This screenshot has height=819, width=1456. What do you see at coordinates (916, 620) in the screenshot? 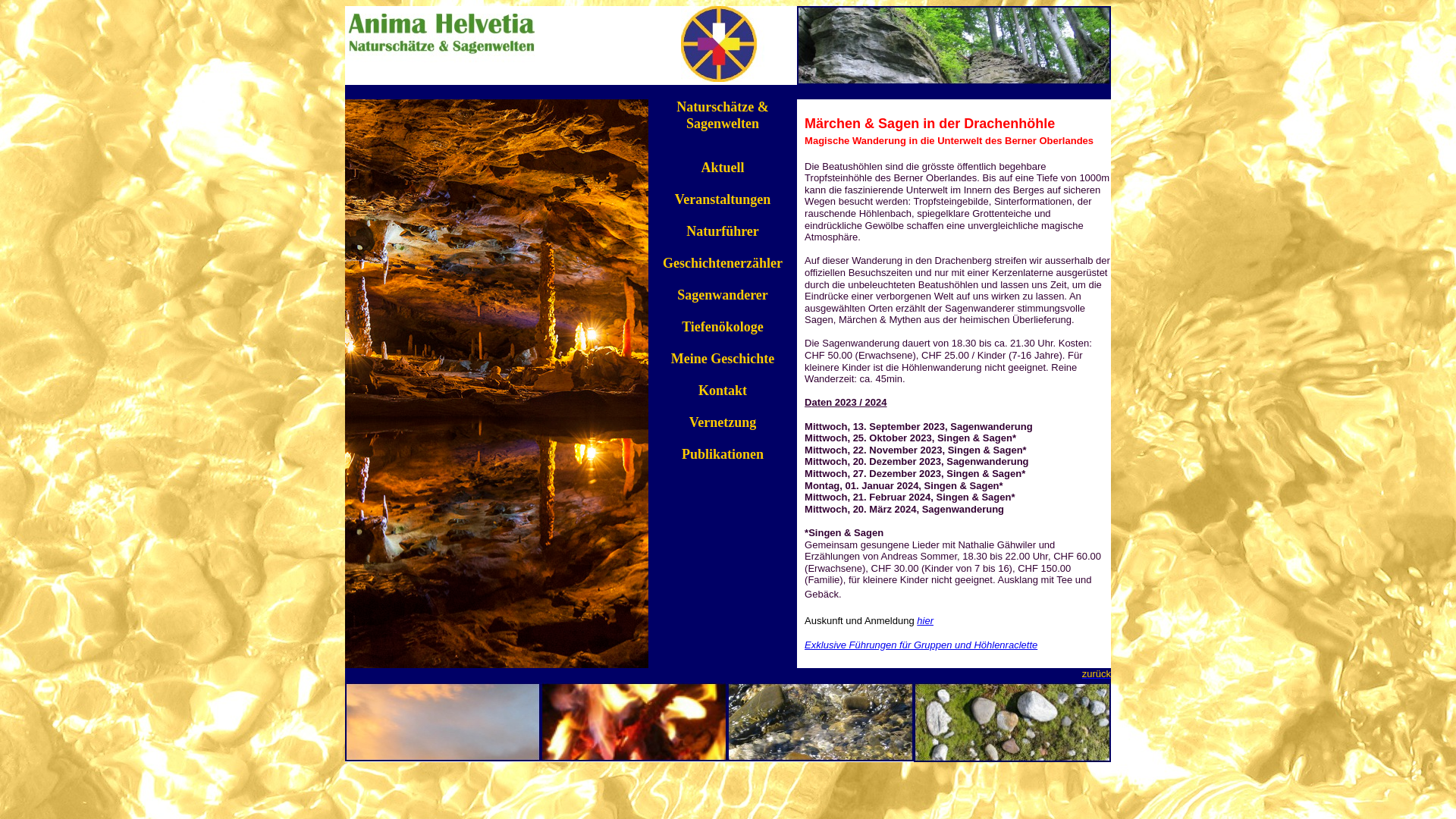
I see `'hier'` at bounding box center [916, 620].